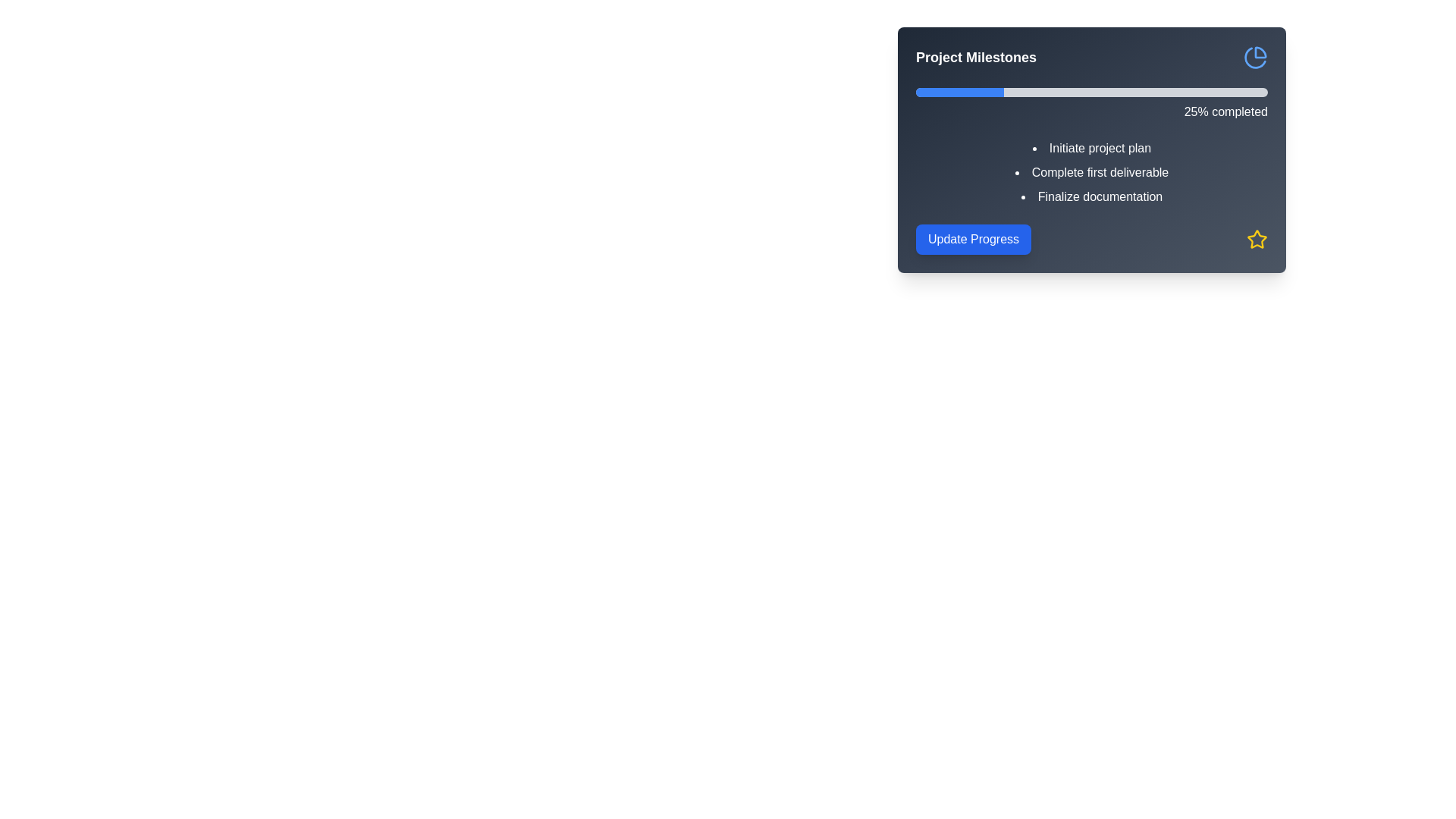  What do you see at coordinates (968, 93) in the screenshot?
I see `progress` at bounding box center [968, 93].